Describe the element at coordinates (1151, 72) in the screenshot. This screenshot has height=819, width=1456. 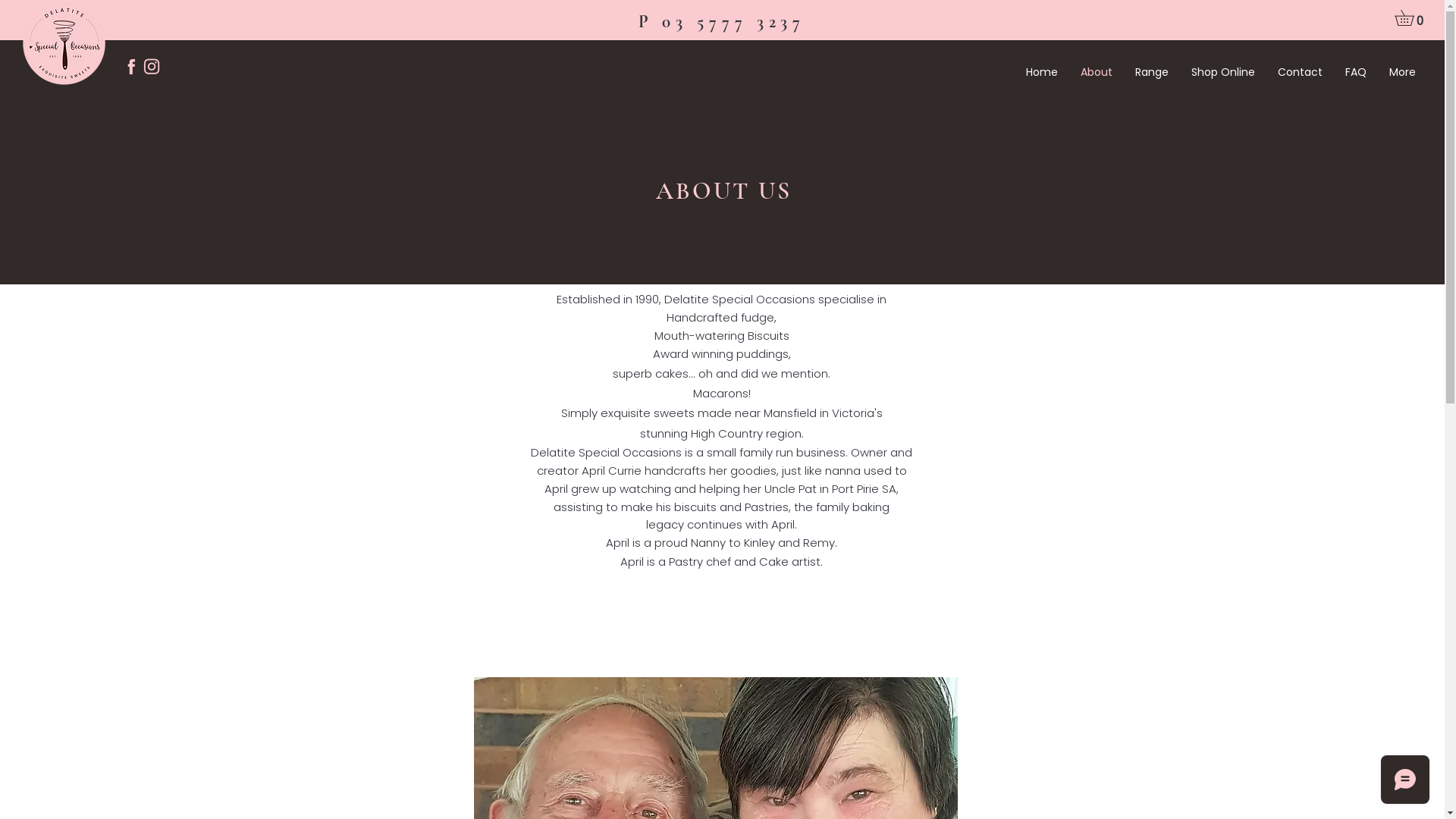
I see `'Range'` at that location.